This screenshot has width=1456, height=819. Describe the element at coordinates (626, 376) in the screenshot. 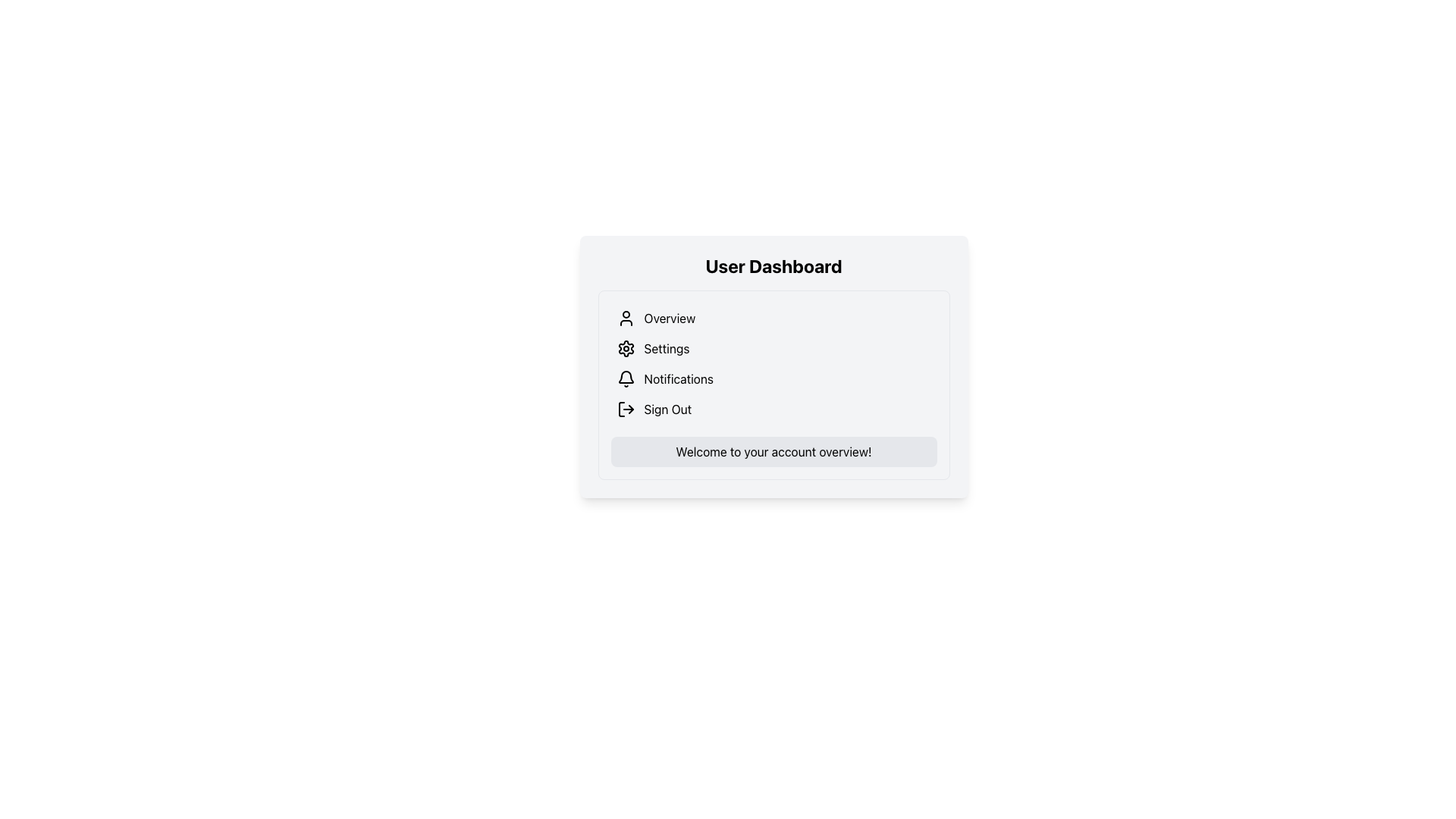

I see `the bell-shaped graphic representing the notifications feature in the dashboard interface` at that location.